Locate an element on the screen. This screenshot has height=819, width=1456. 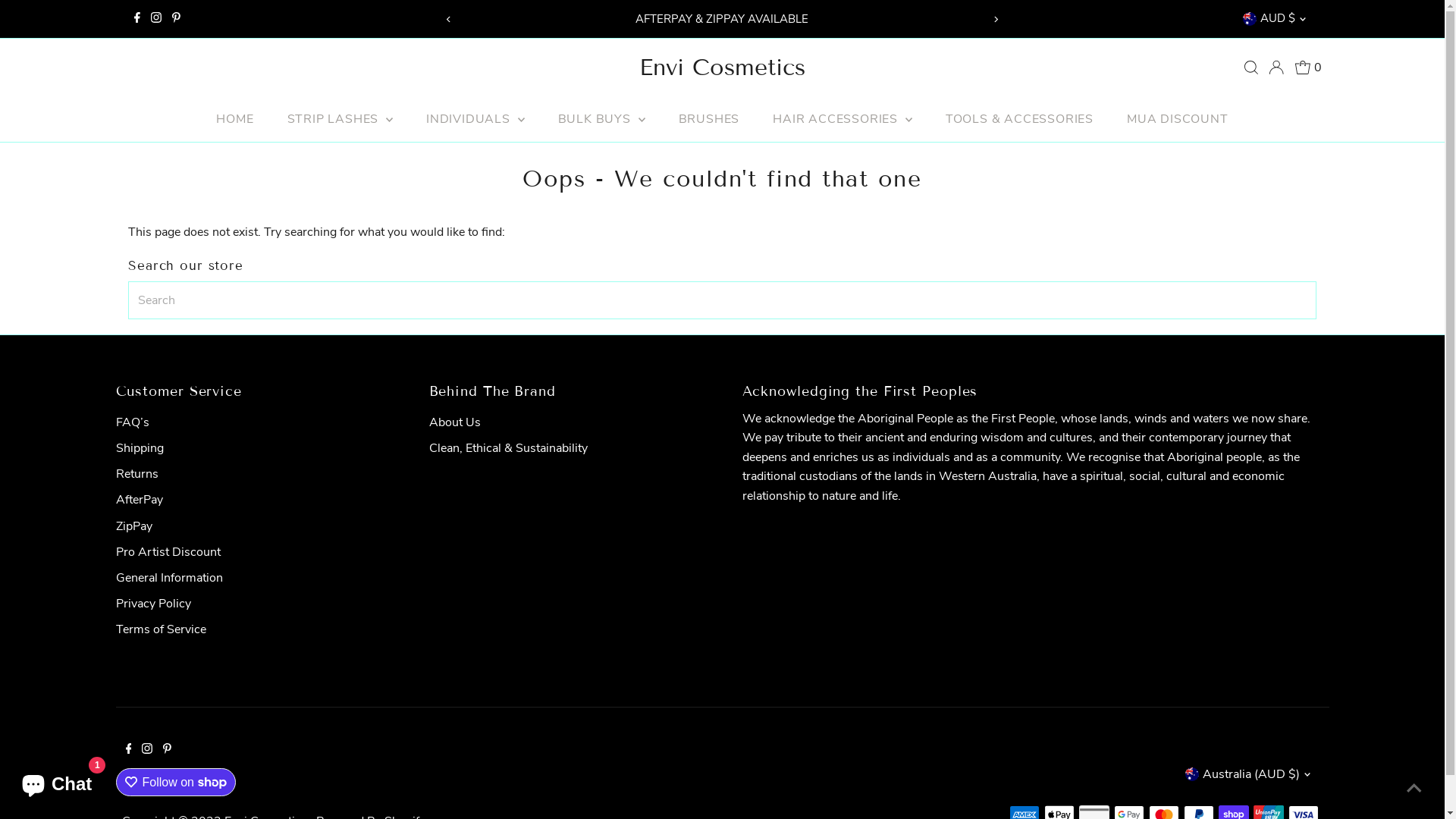
'HOME' is located at coordinates (234, 118).